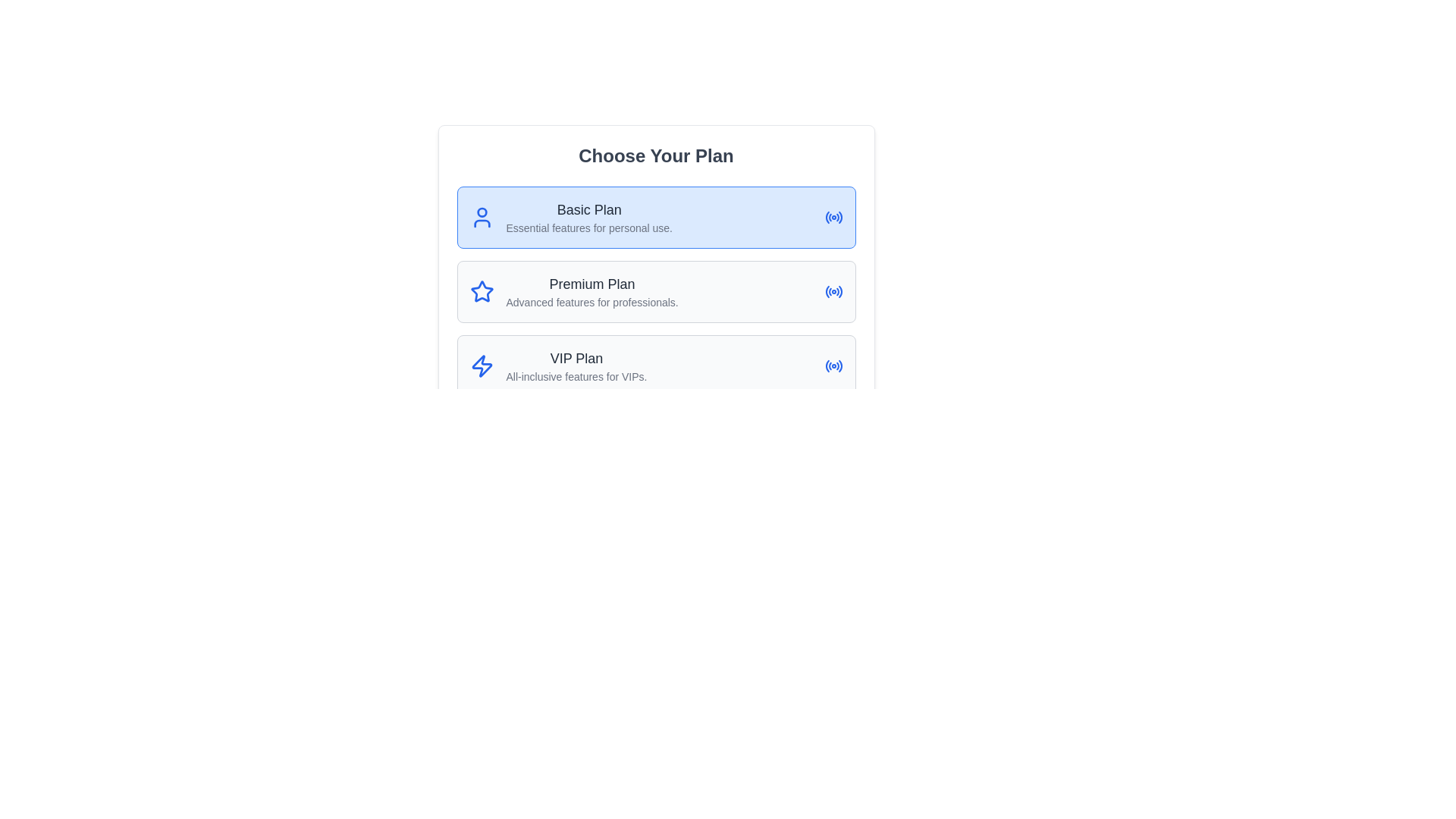 The width and height of the screenshot is (1456, 819). I want to click on the text label titled 'VIP Plan', so click(576, 359).